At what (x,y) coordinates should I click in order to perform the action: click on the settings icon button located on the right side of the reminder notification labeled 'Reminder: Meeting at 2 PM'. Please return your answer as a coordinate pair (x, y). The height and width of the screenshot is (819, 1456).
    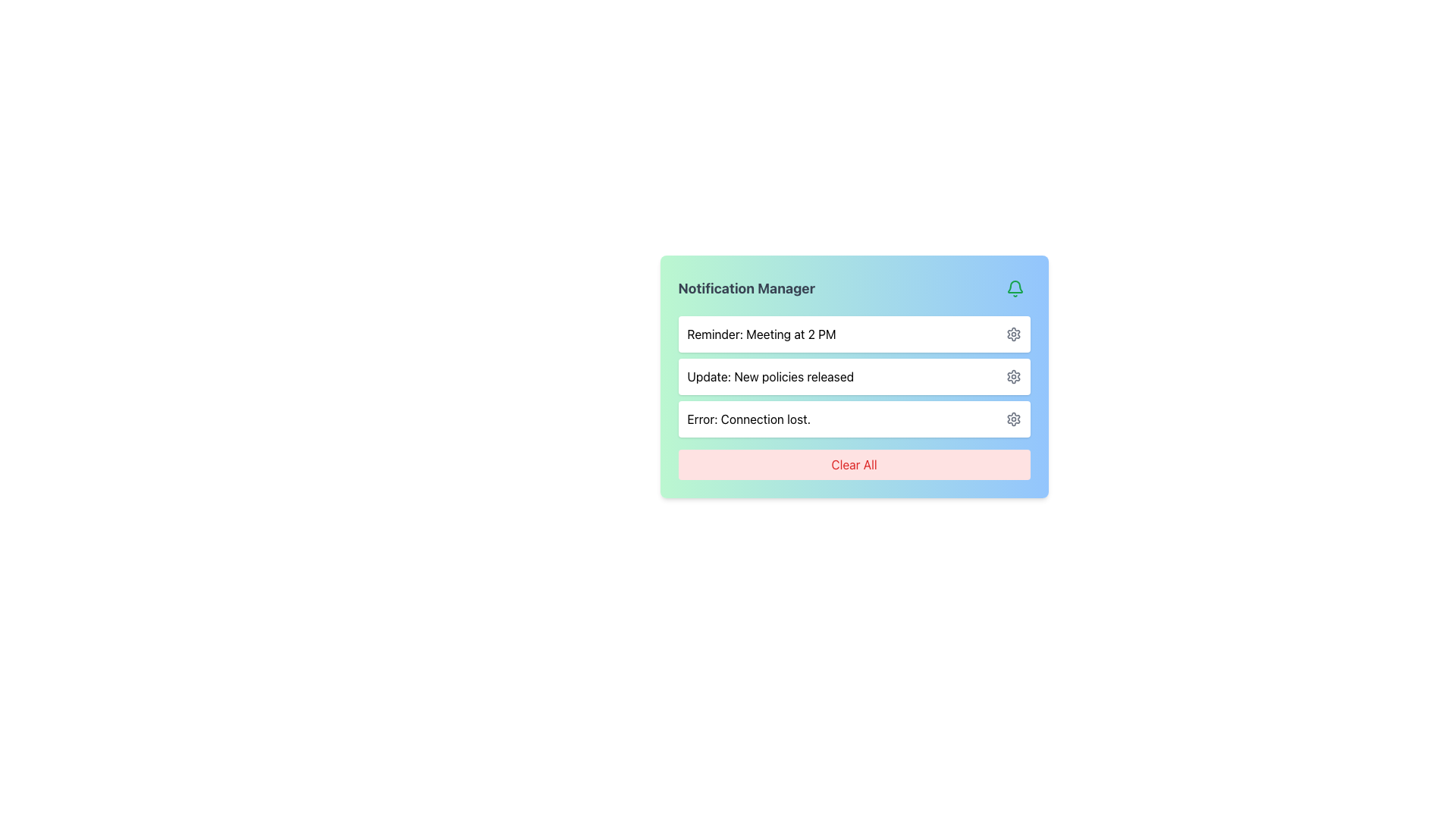
    Looking at the image, I should click on (1013, 333).